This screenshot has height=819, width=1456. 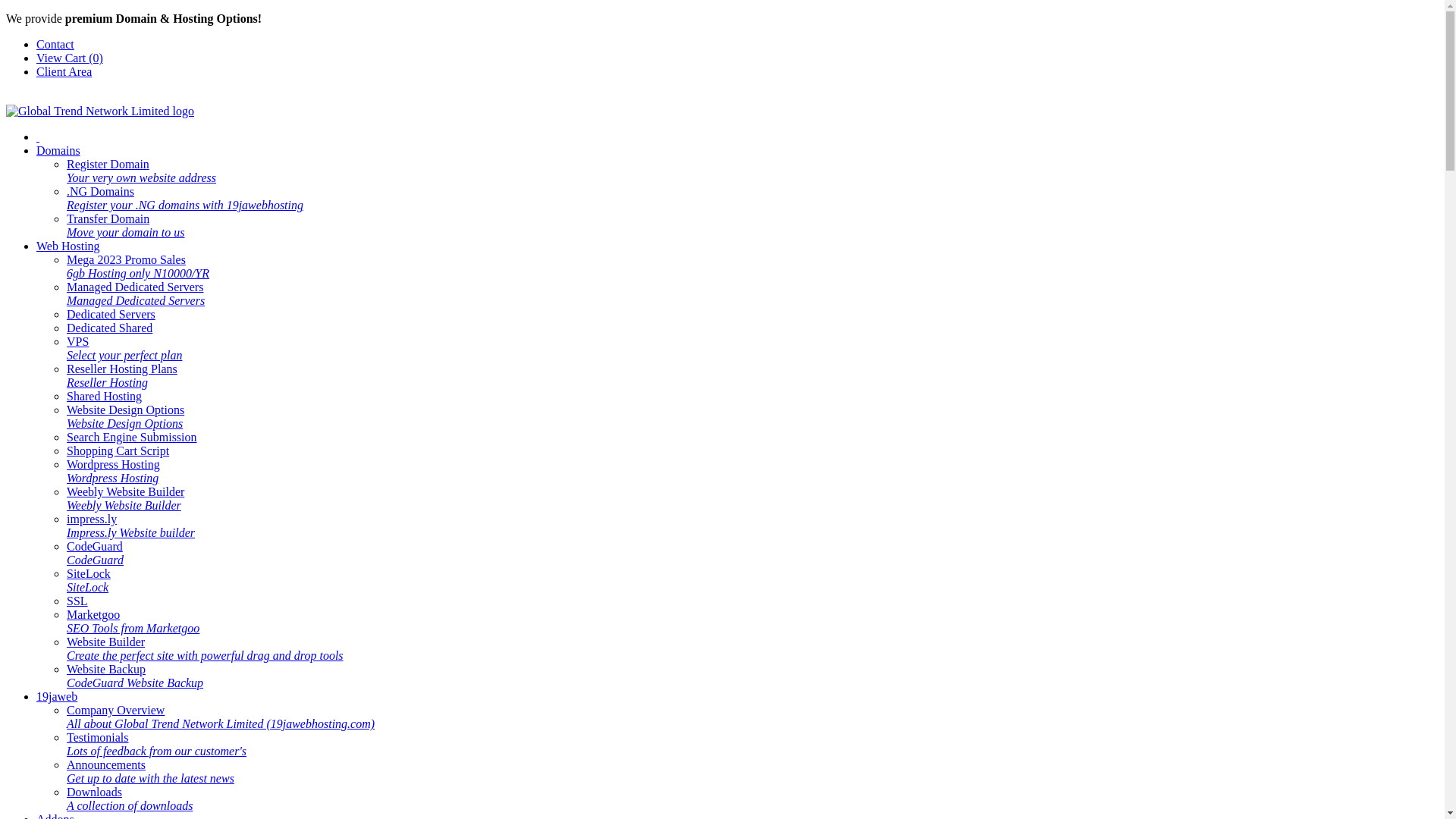 I want to click on 'SSL', so click(x=76, y=600).